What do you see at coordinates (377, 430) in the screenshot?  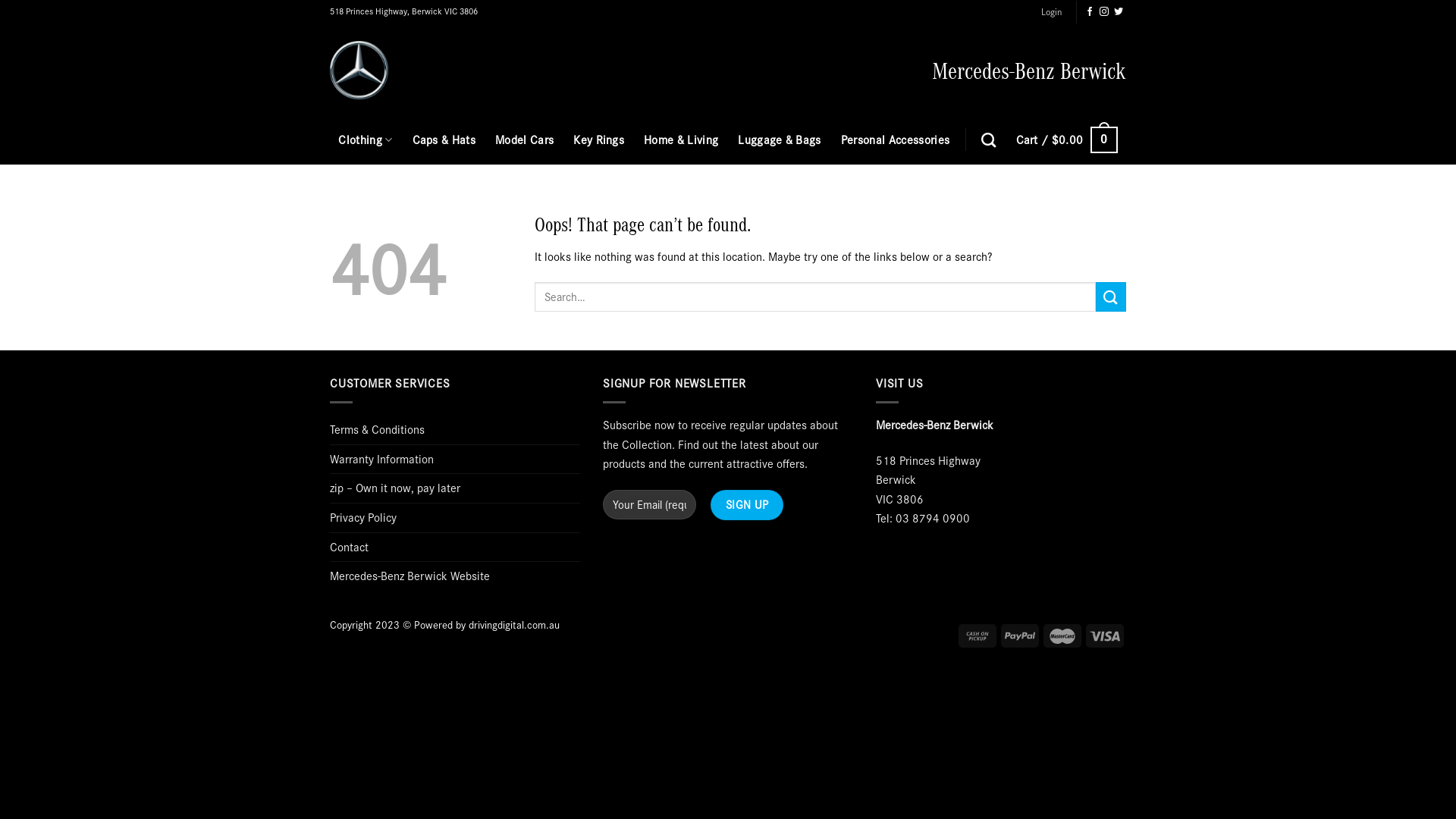 I see `'Terms & Conditions'` at bounding box center [377, 430].